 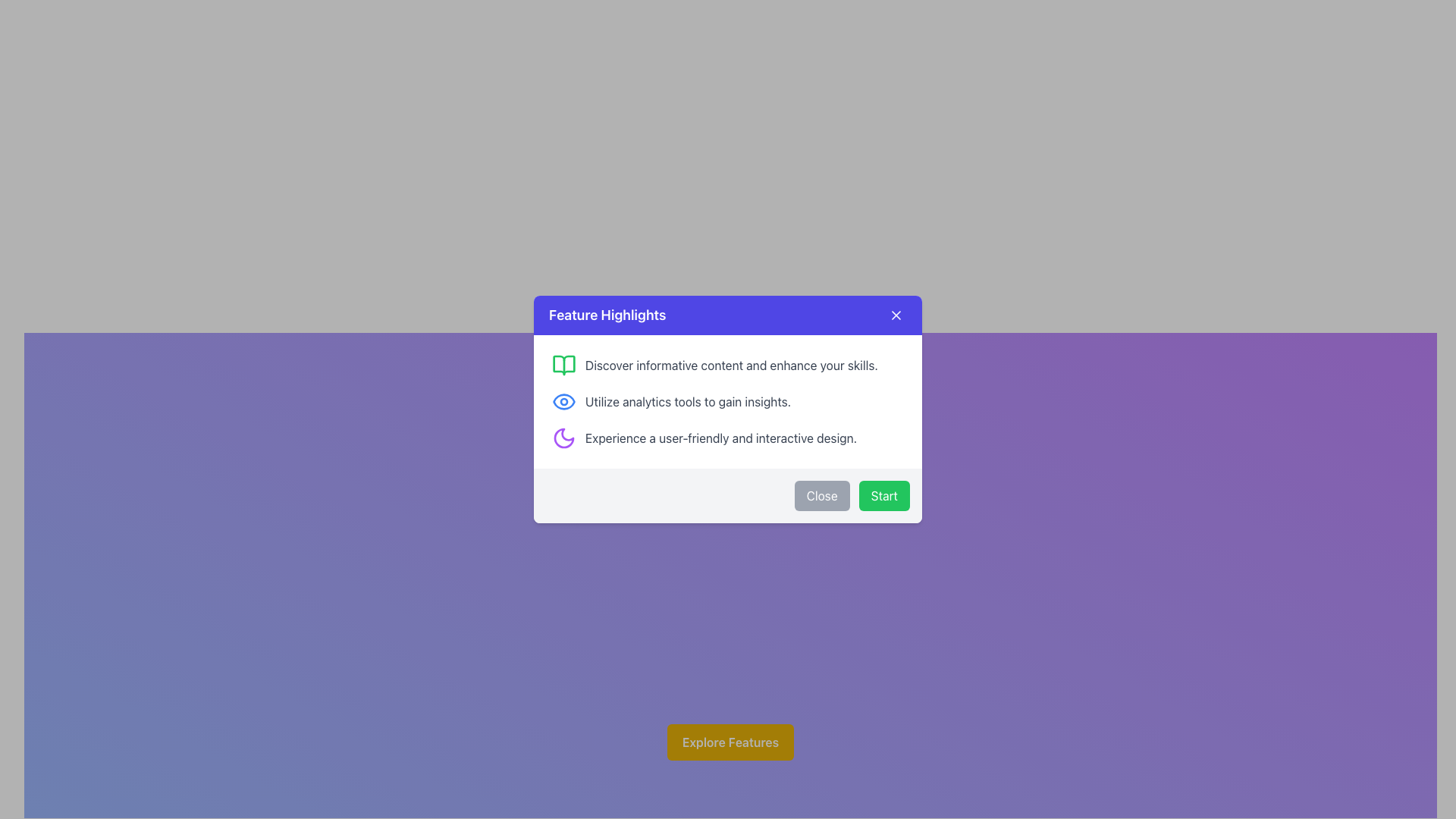 What do you see at coordinates (884, 496) in the screenshot?
I see `the green 'Start' button with white text` at bounding box center [884, 496].